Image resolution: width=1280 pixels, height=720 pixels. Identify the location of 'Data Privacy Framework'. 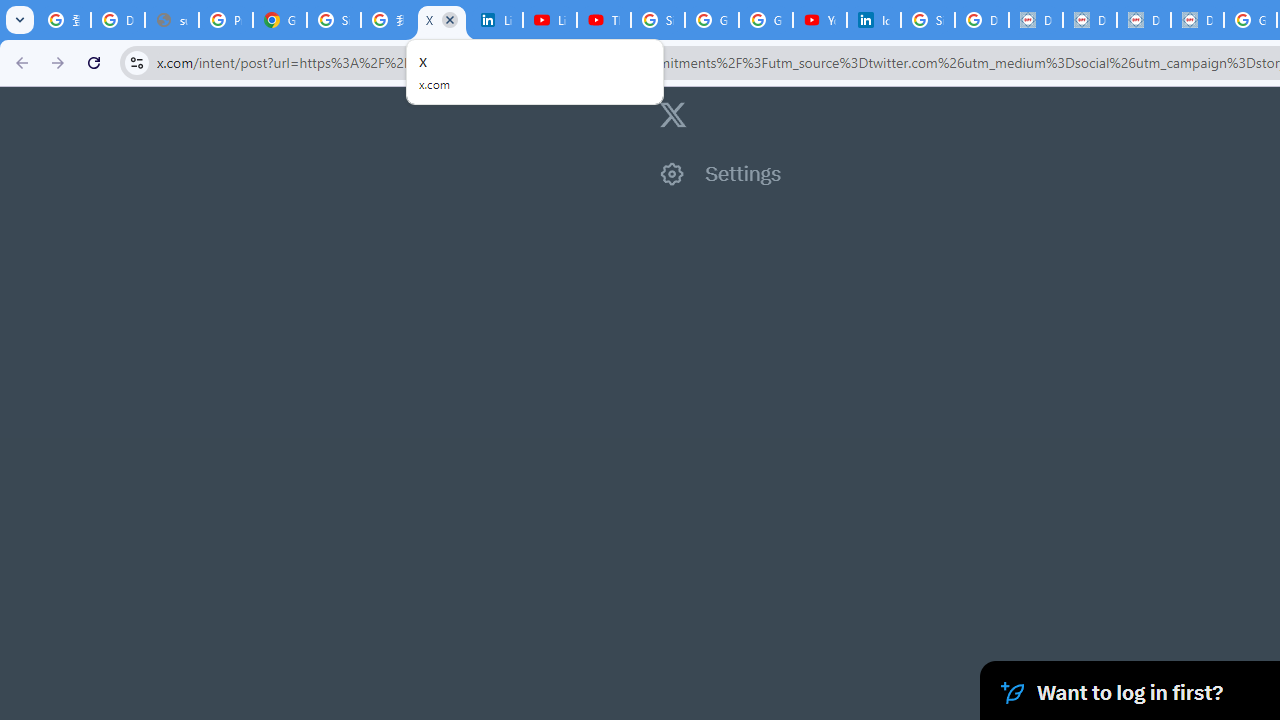
(1088, 20).